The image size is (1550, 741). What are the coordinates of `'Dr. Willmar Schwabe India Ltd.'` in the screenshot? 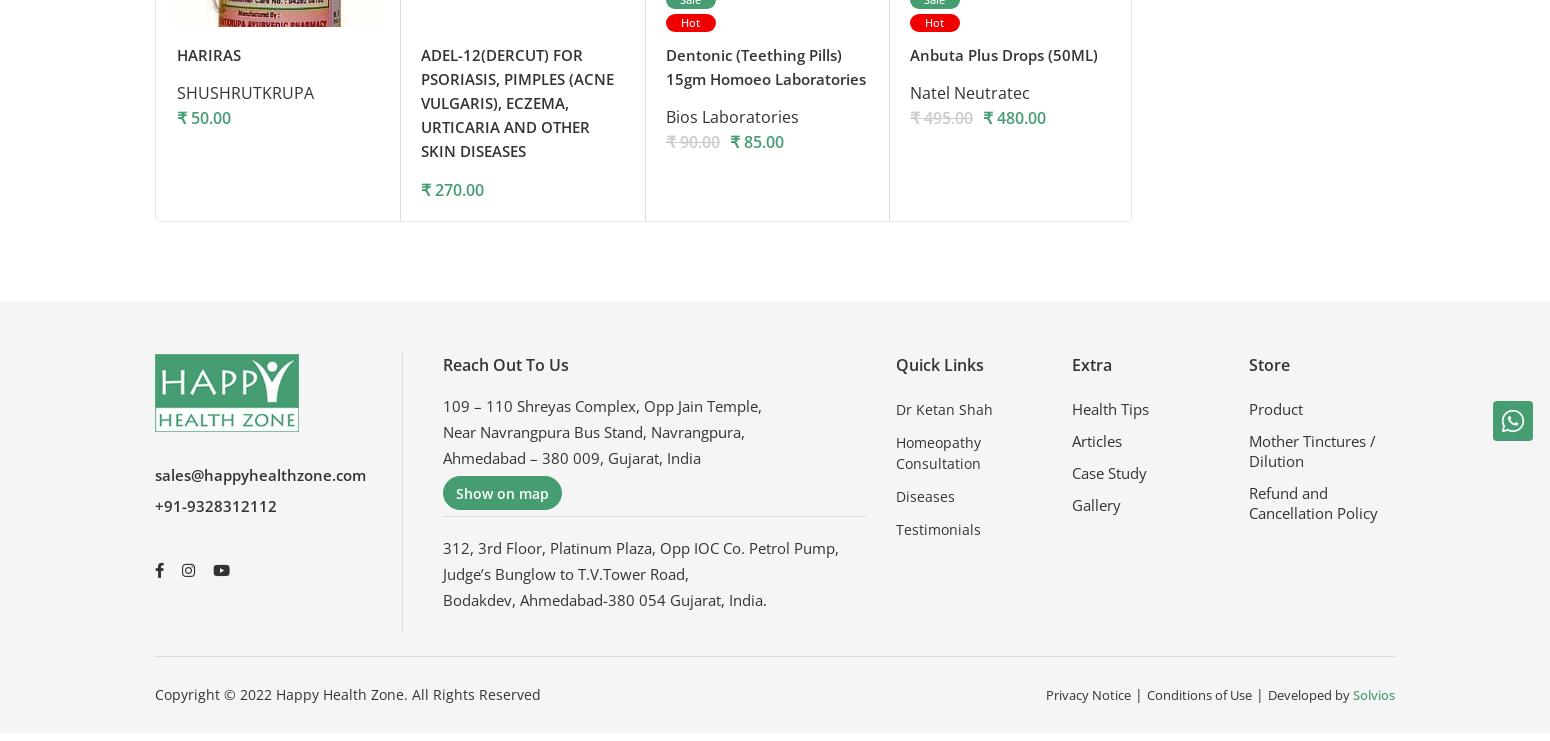 It's located at (1152, 159).